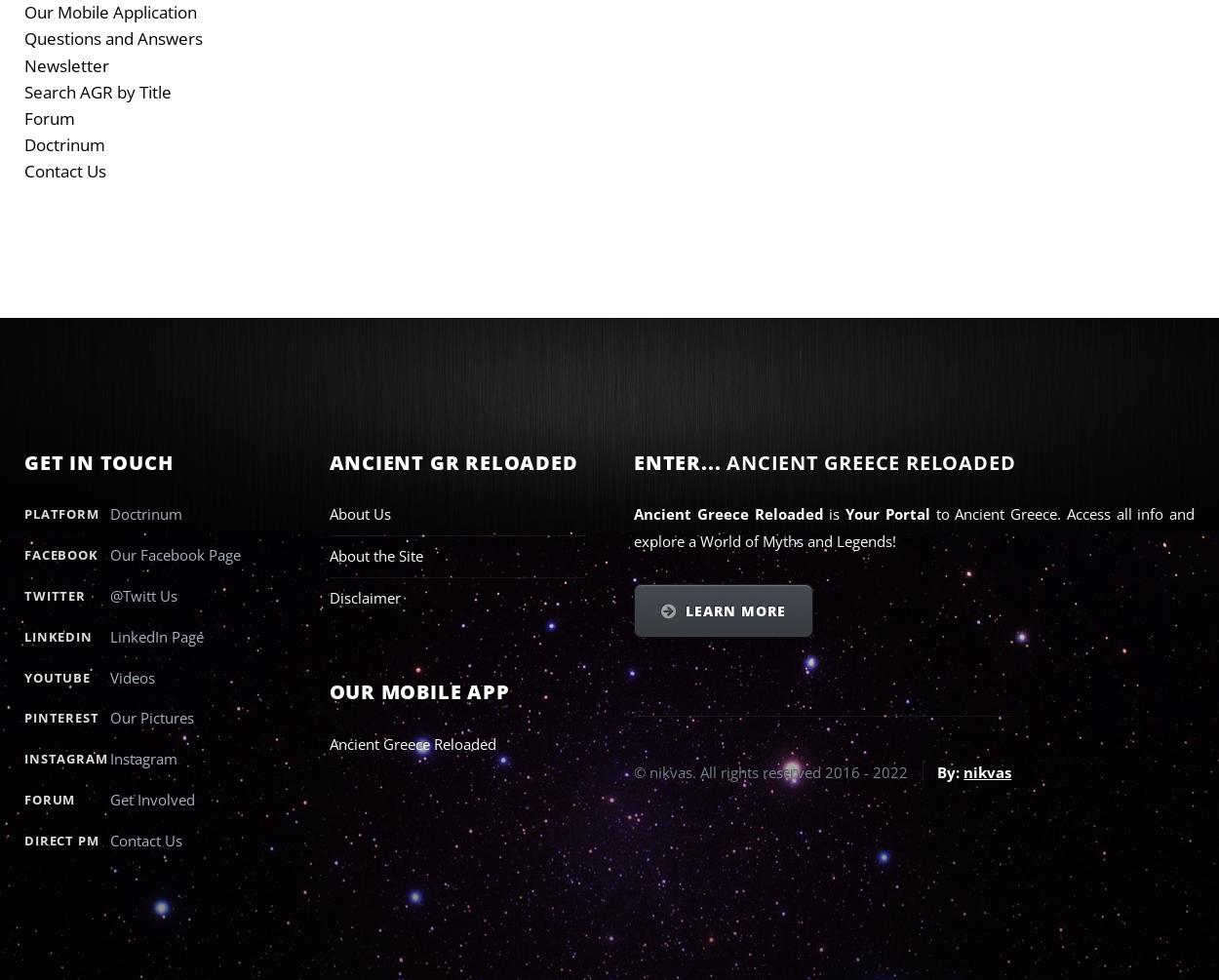  I want to click on 'Get in touch', so click(24, 461).